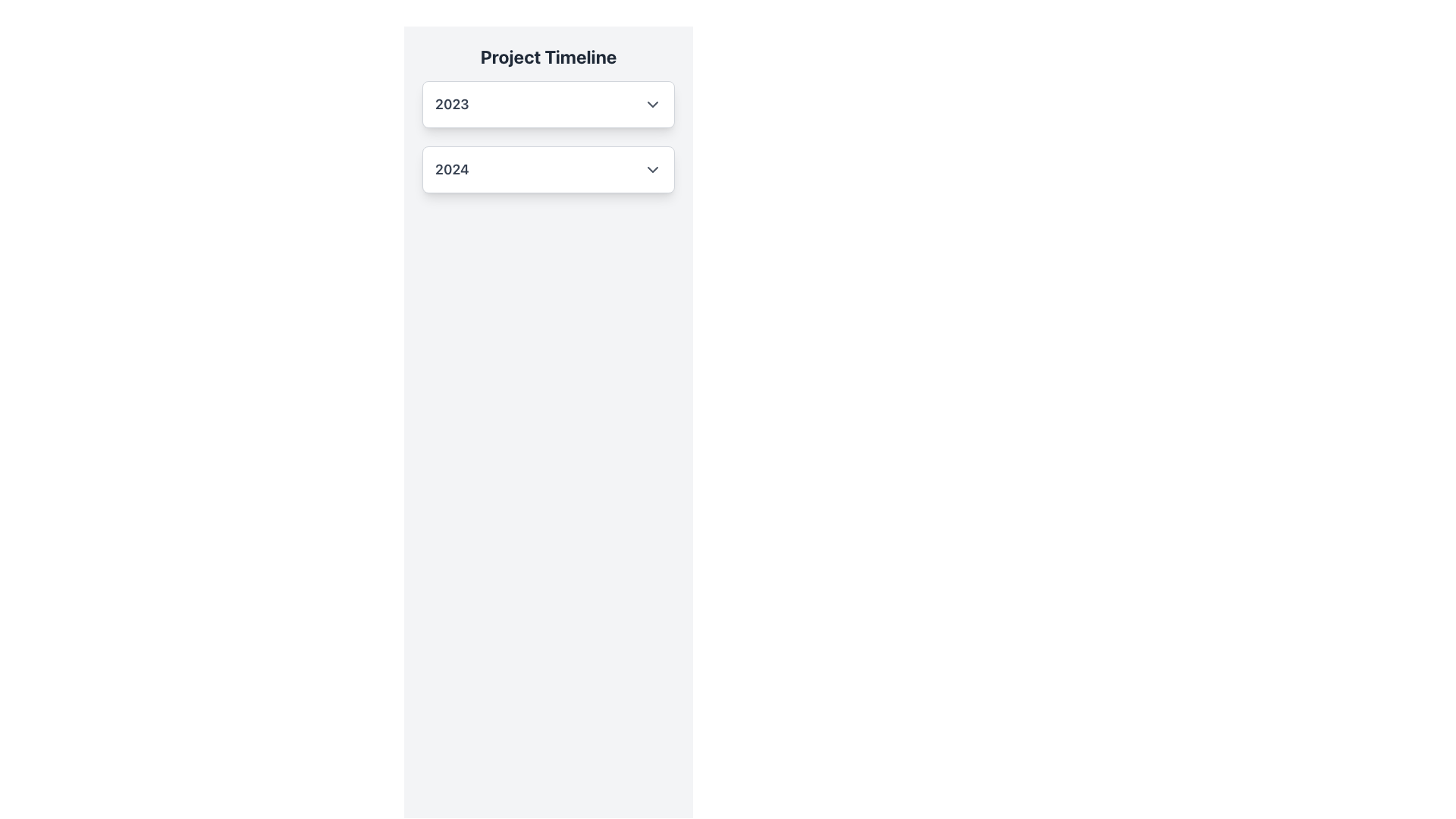  What do you see at coordinates (652, 104) in the screenshot?
I see `the gray downward-facing chevron icon next to the text '2023'` at bounding box center [652, 104].